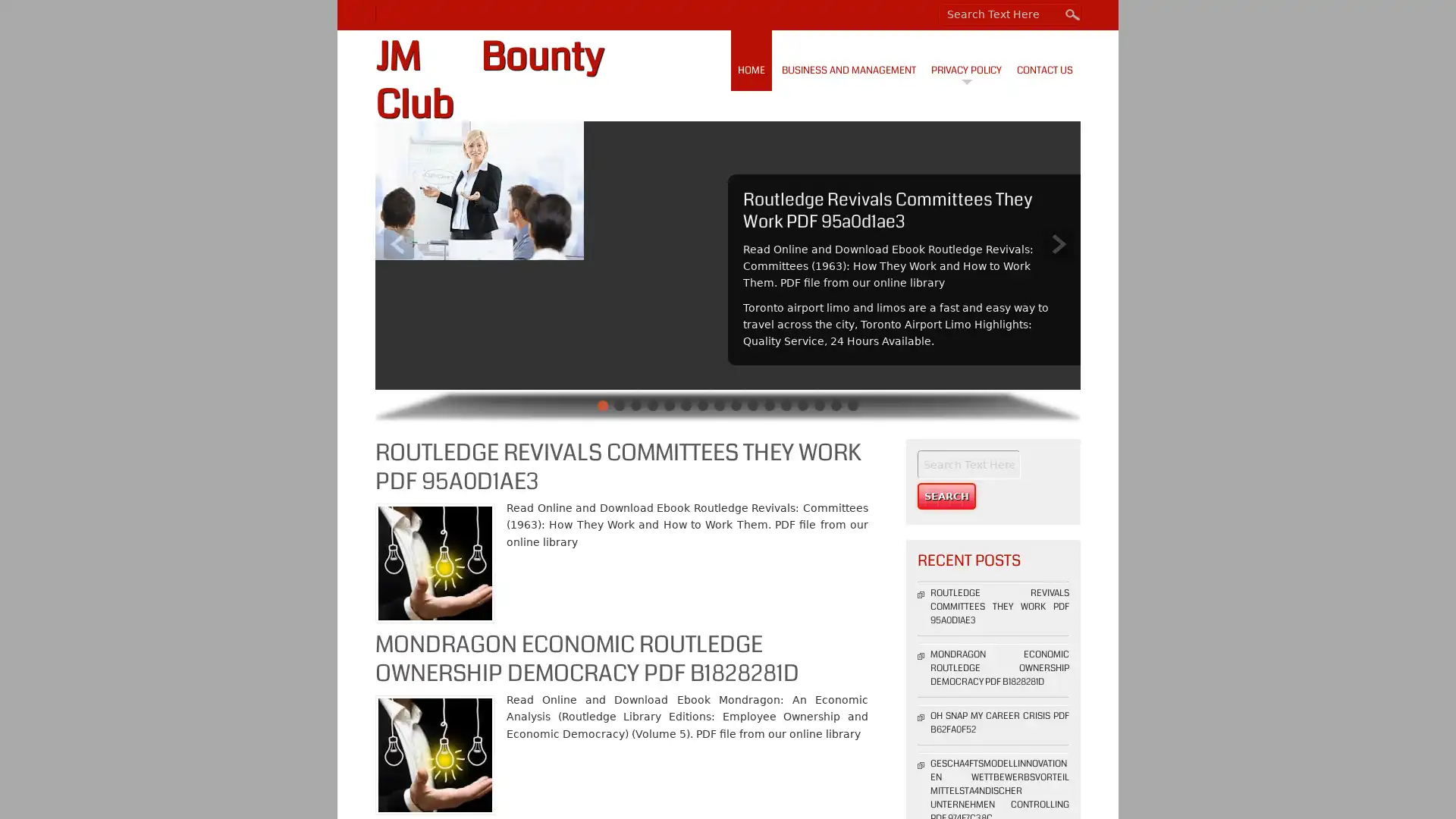 This screenshot has width=1456, height=819. Describe the element at coordinates (946, 496) in the screenshot. I see `Search` at that location.